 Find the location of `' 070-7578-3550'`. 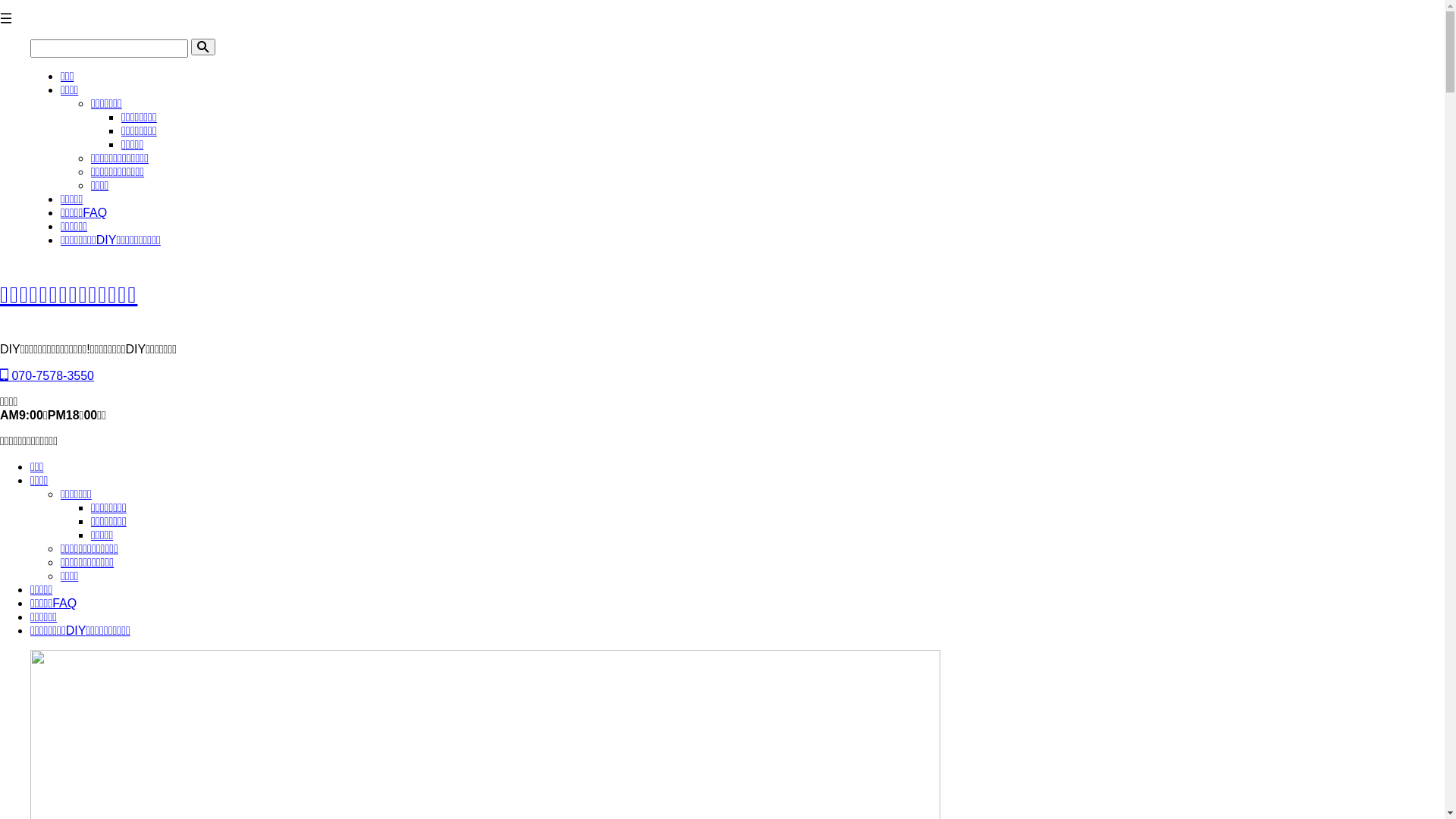

' 070-7578-3550' is located at coordinates (47, 375).